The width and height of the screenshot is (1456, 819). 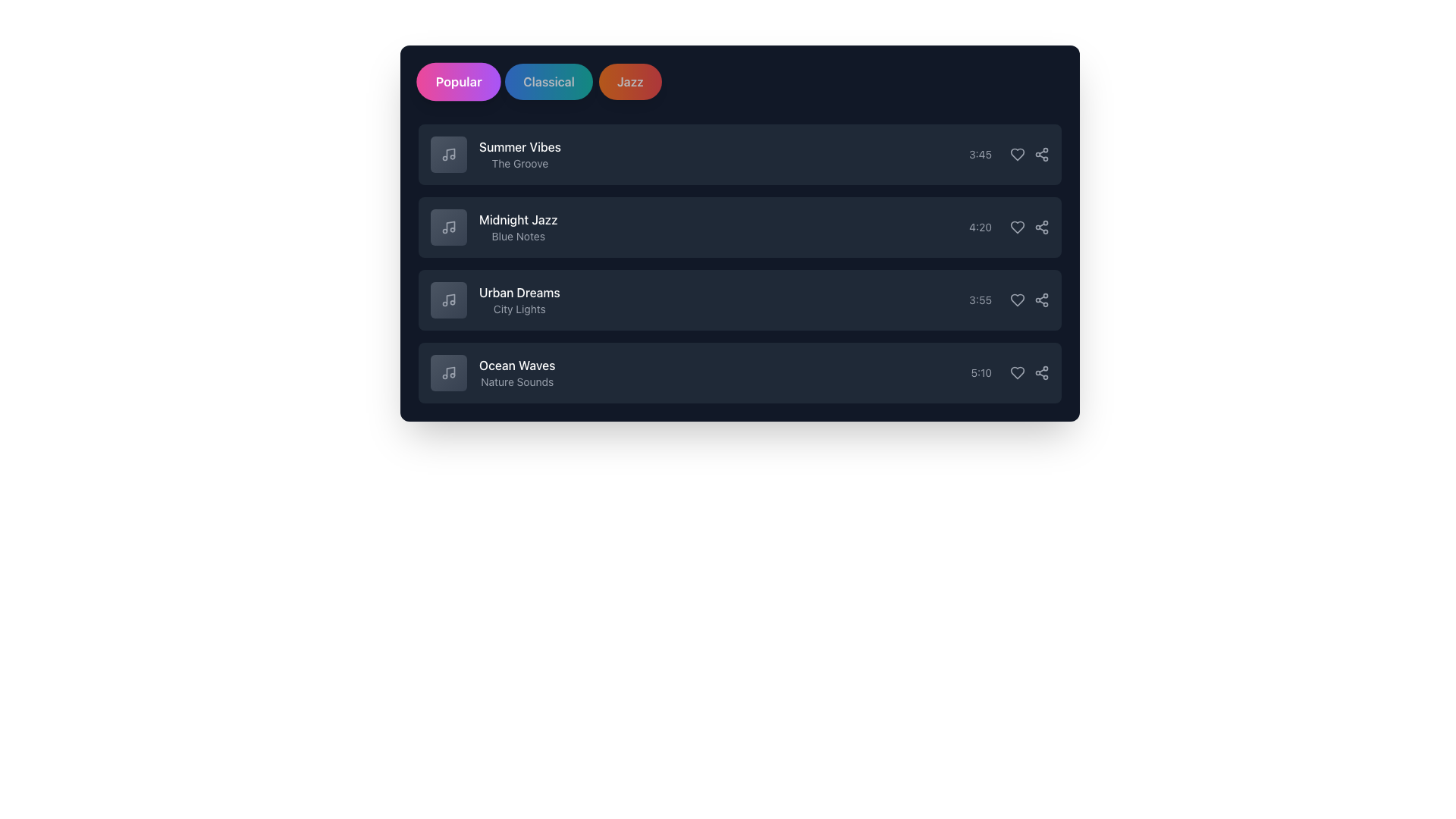 I want to click on the media item entry for 'Midnight Jazz' by 'Blue Notes', so click(x=494, y=227).